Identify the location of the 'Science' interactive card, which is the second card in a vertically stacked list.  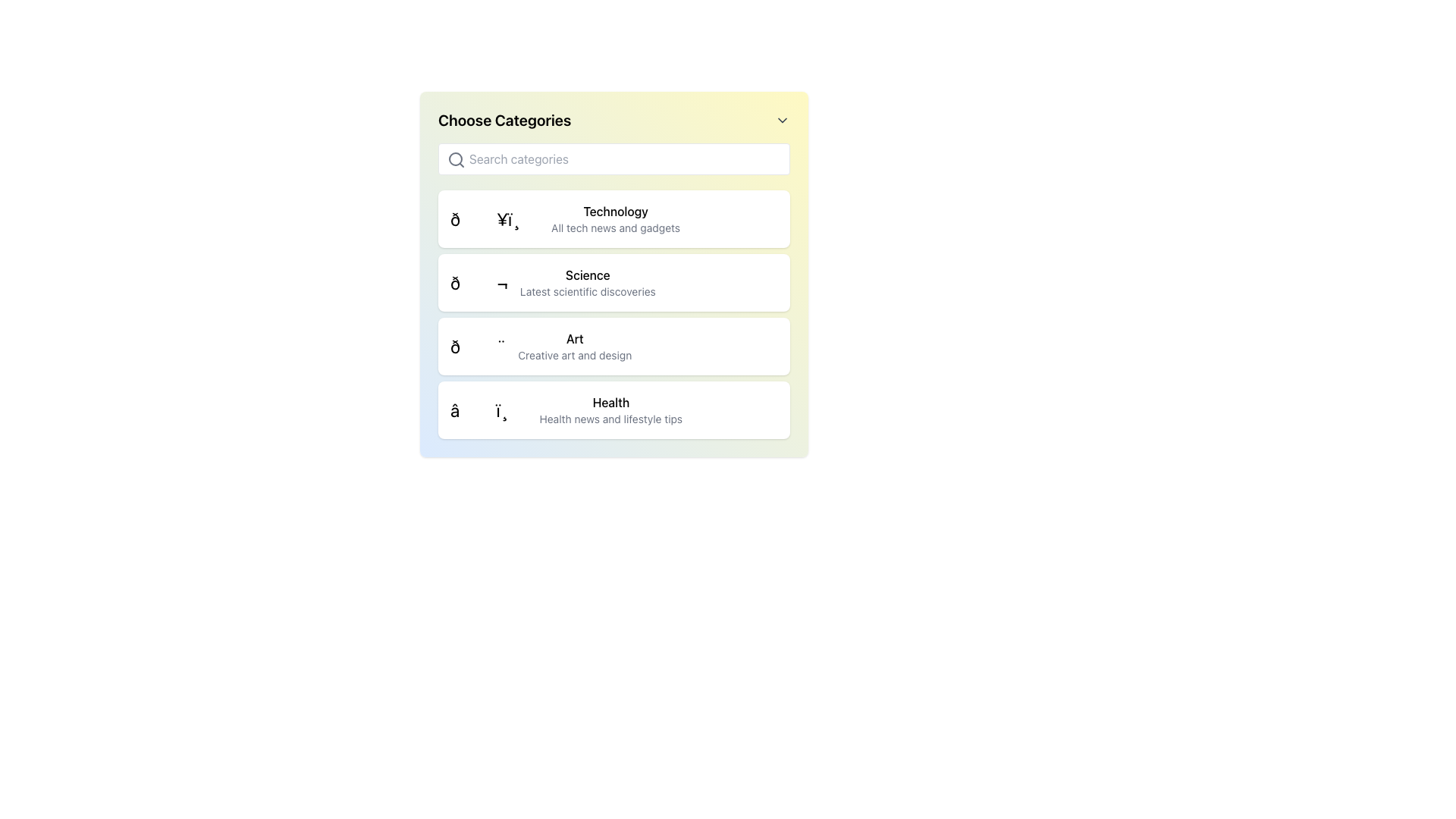
(614, 283).